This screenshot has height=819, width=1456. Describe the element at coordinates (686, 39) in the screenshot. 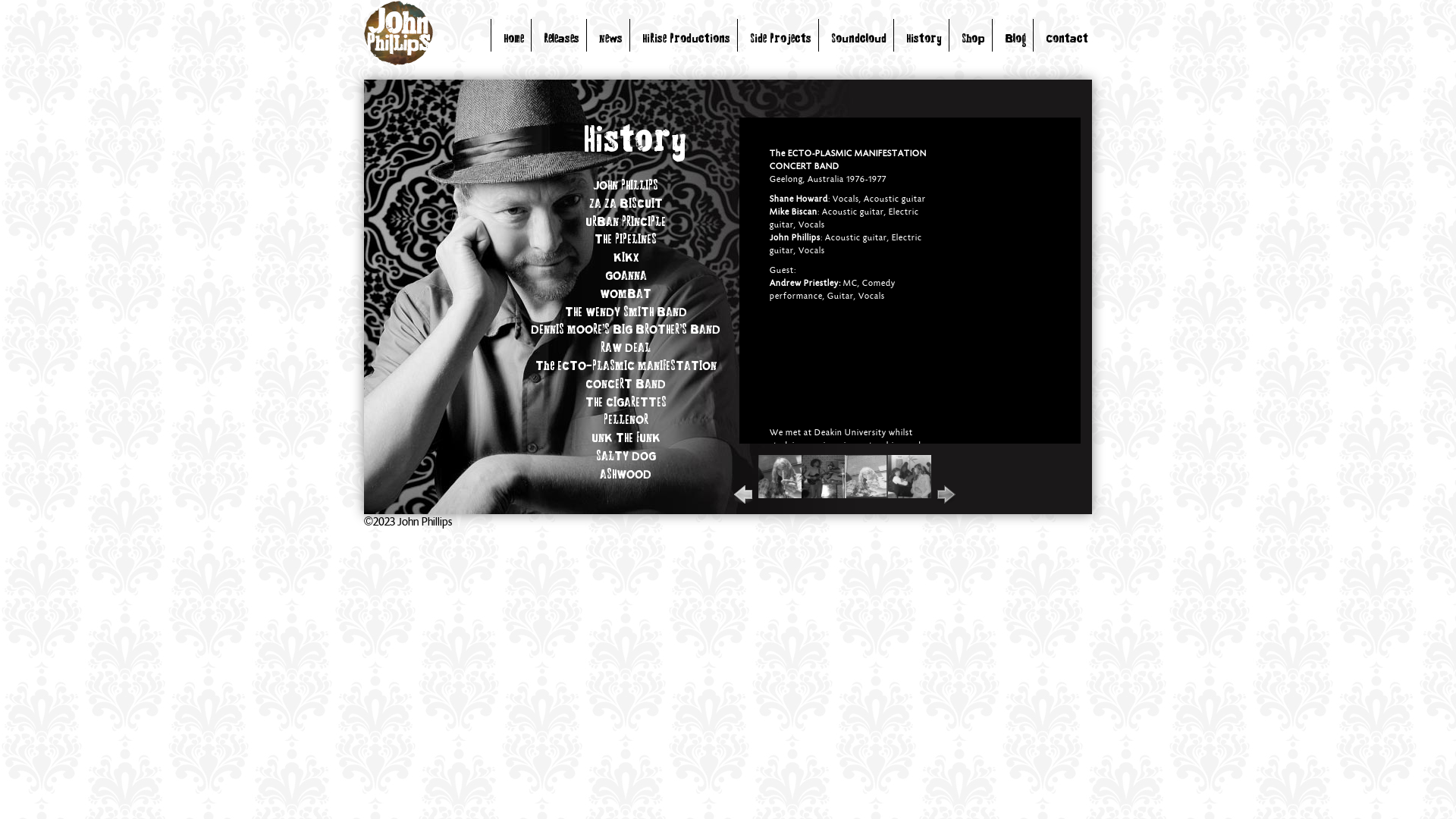

I see `'HiRise Productions'` at that location.